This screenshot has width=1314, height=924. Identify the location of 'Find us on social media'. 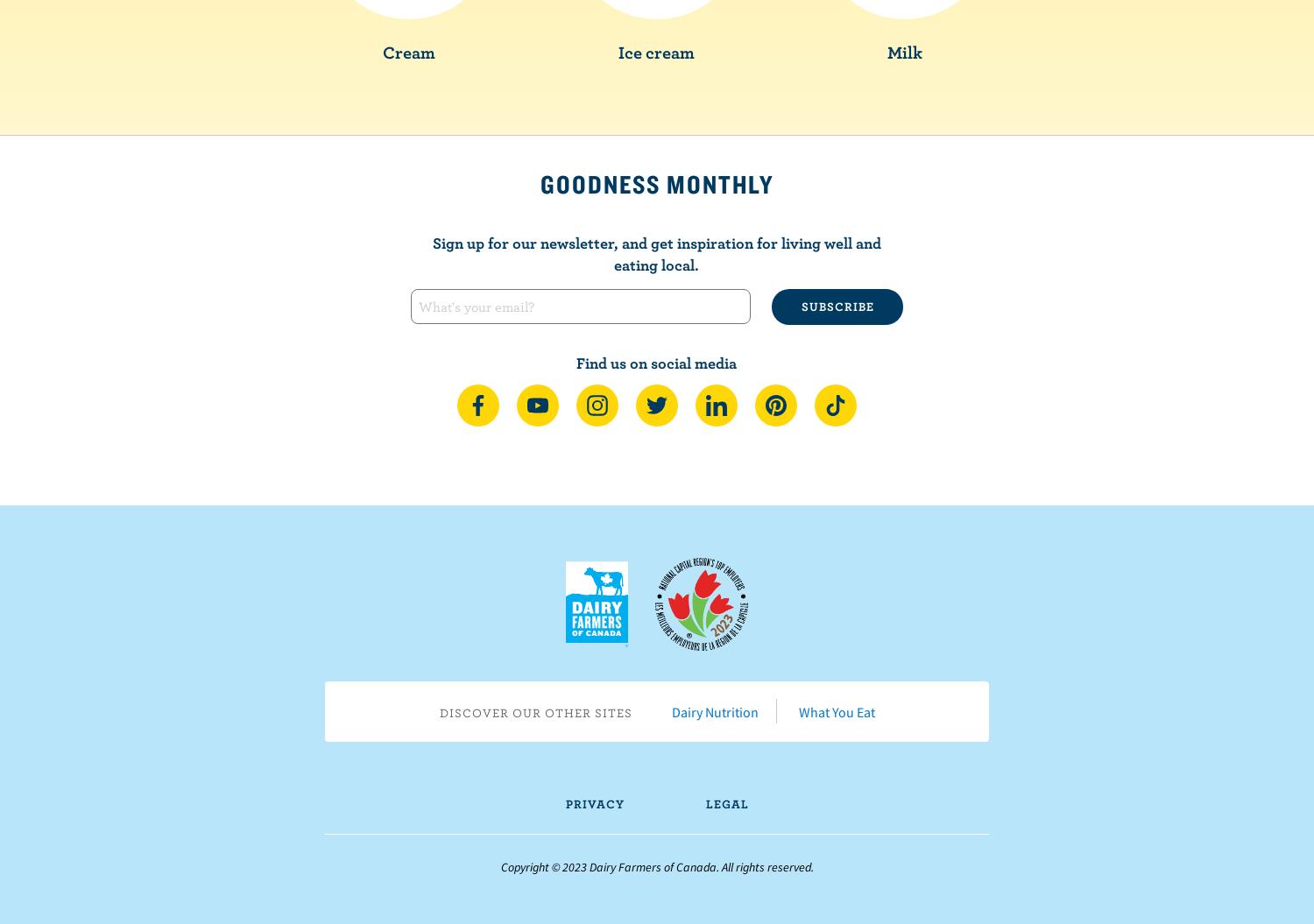
(655, 361).